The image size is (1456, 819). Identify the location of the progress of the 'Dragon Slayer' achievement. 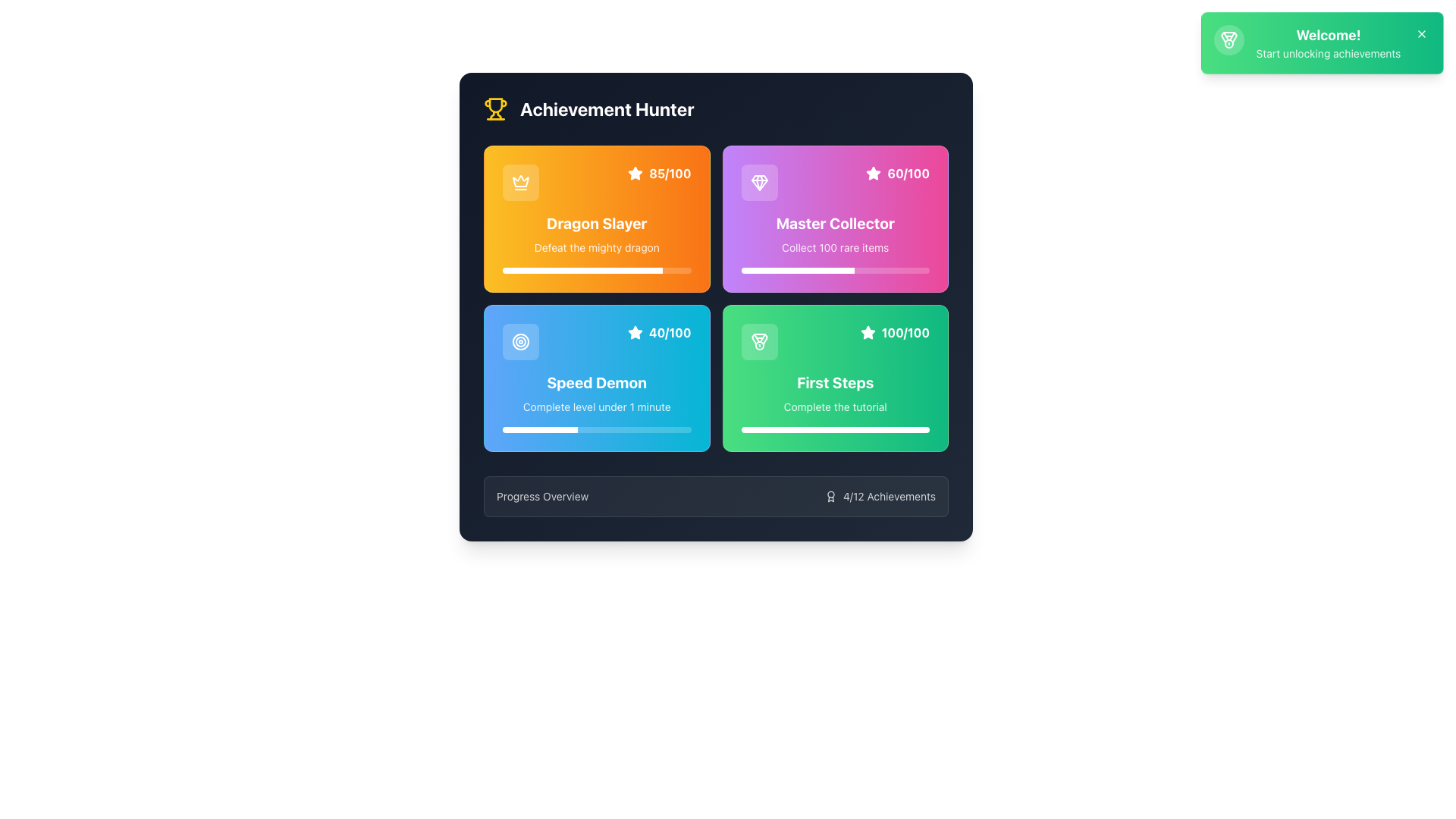
(520, 270).